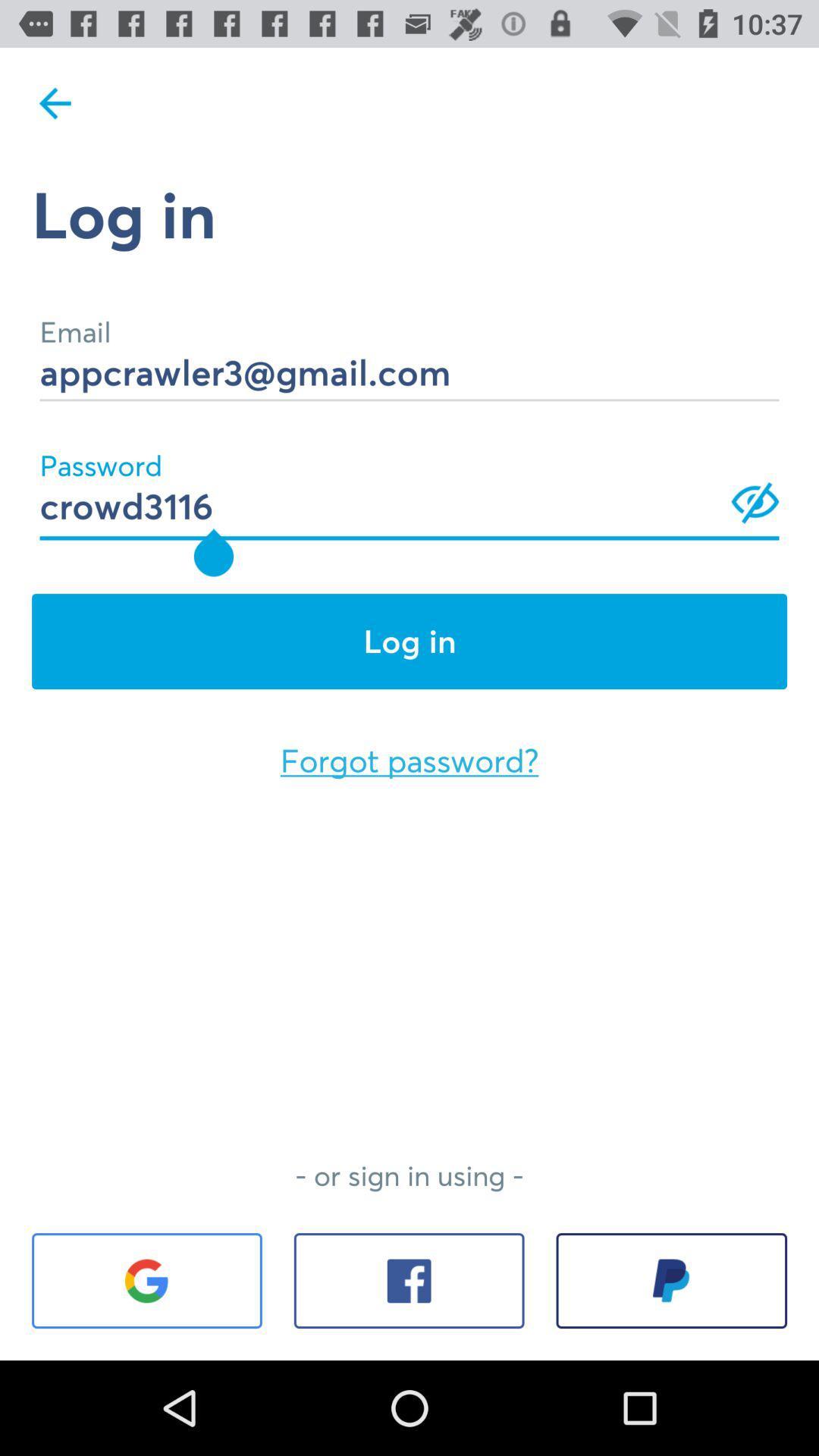 The width and height of the screenshot is (819, 1456). I want to click on icon below the log in, so click(409, 761).